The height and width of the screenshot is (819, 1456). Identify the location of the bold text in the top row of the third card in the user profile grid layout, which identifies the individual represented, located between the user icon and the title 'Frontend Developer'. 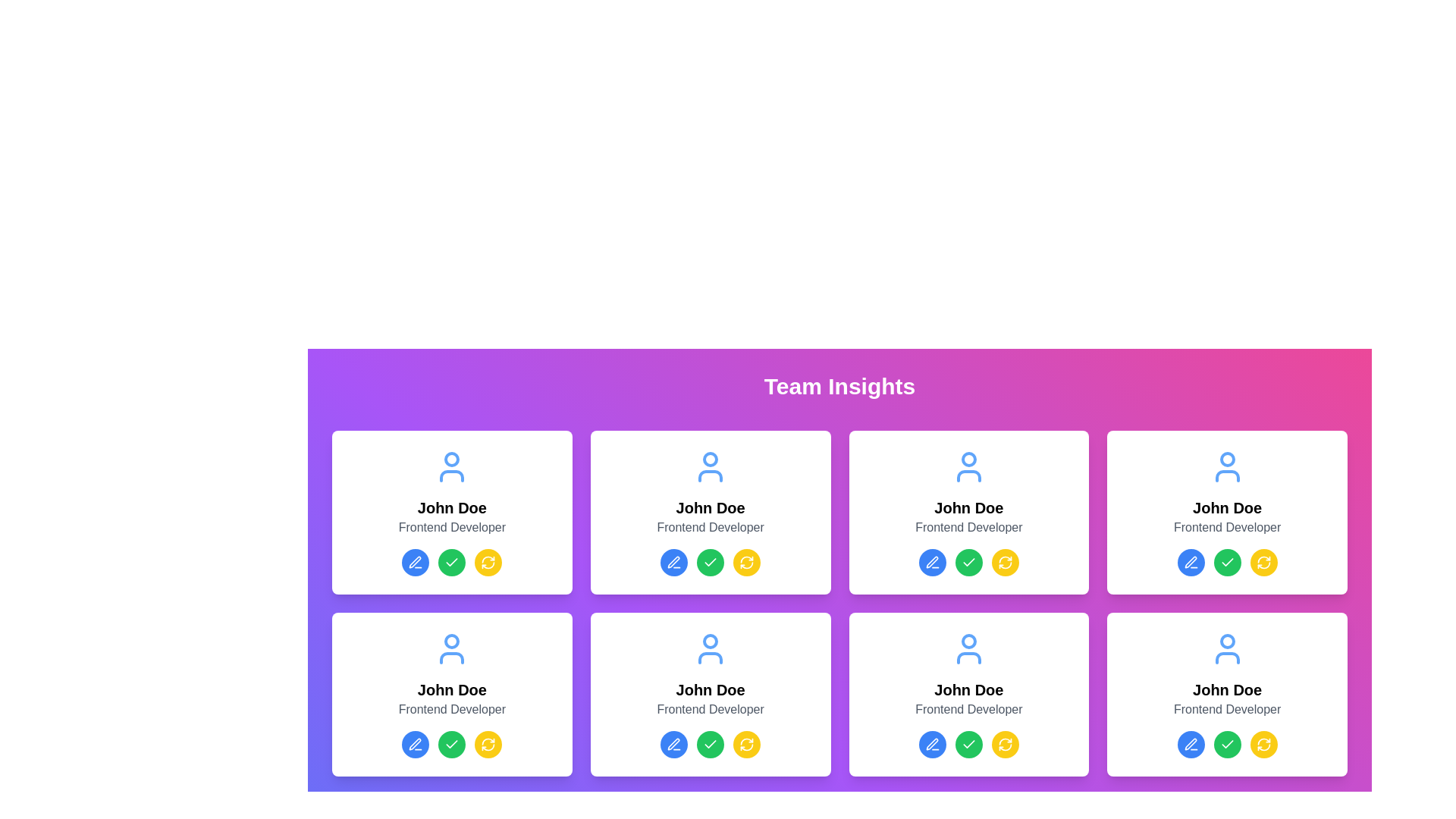
(1227, 508).